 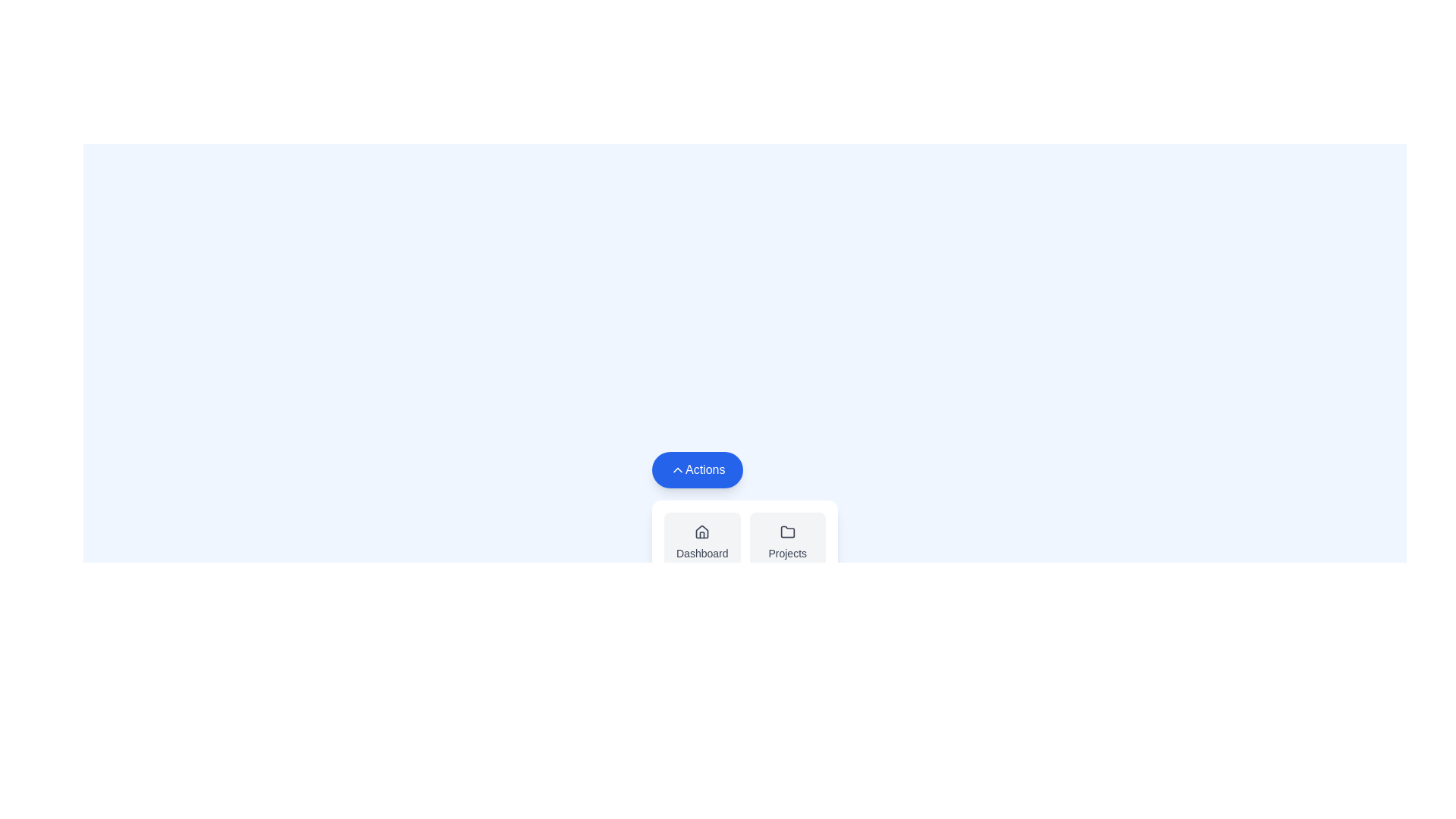 I want to click on the Projects from the menu, so click(x=787, y=542).